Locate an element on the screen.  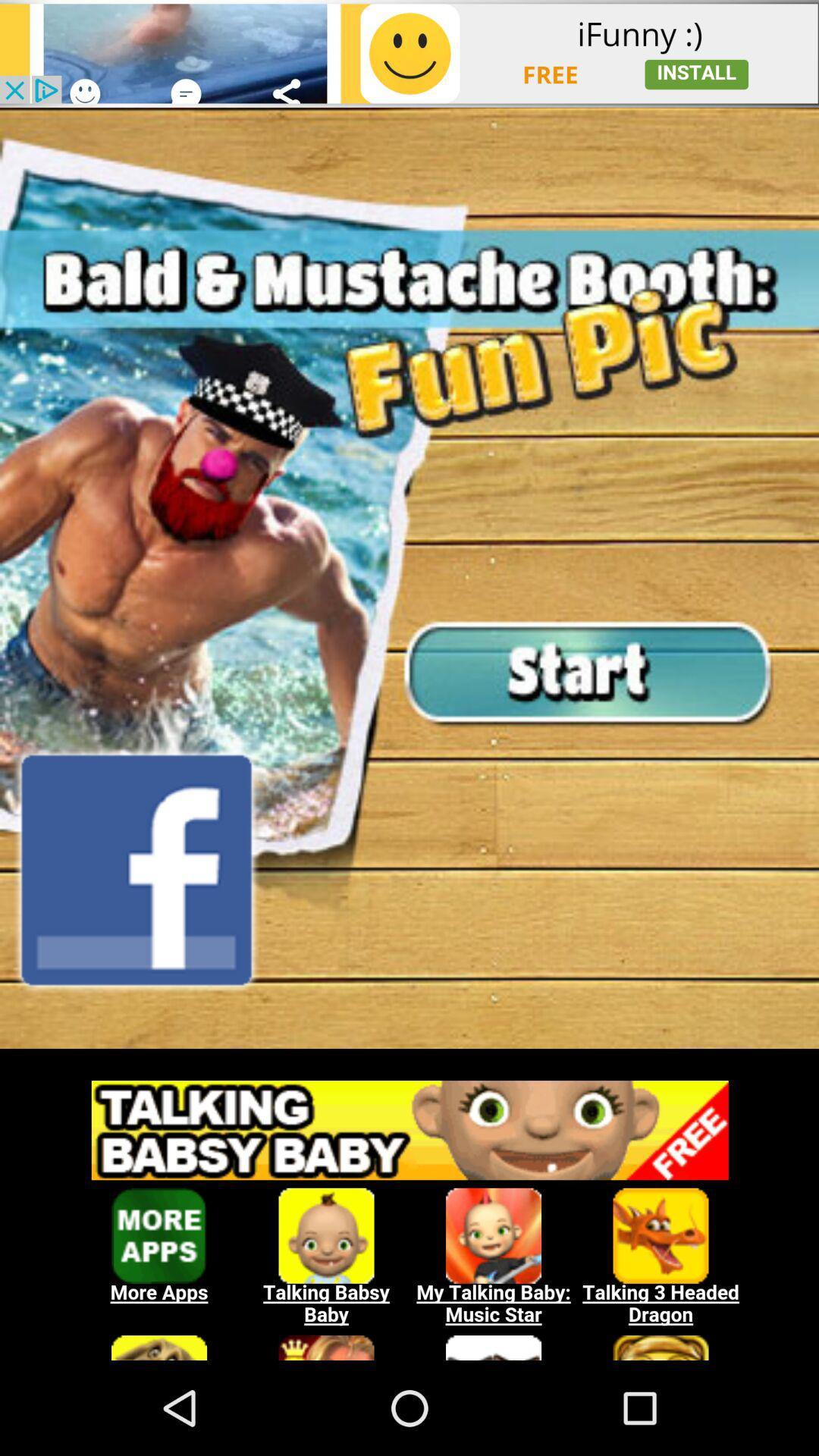
opens the advertisement is located at coordinates (409, 1211).